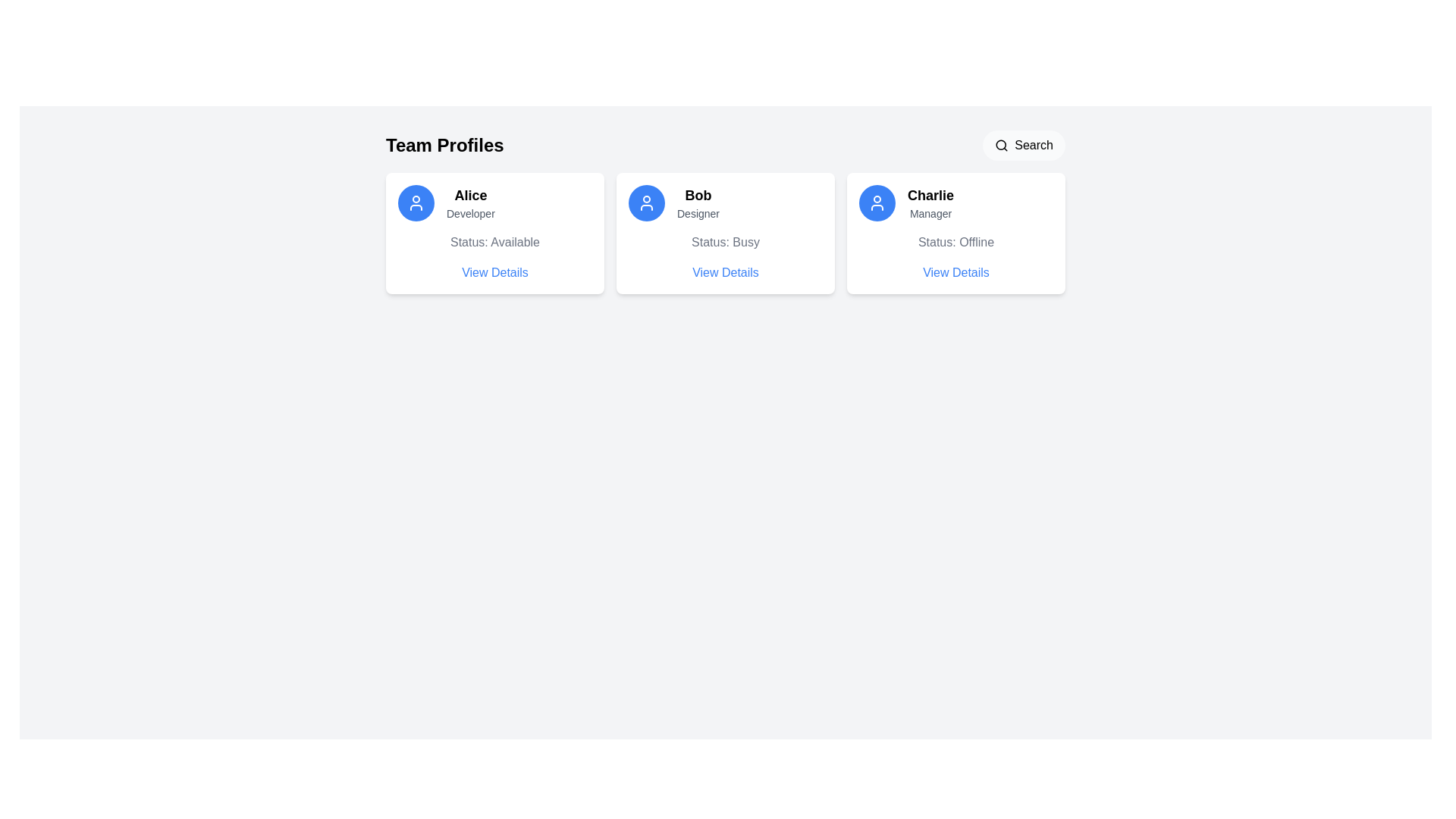  Describe the element at coordinates (955, 271) in the screenshot. I see `the blue text link reading 'View Details' located at the lower part of the card layout titled 'Charlie' with the subtitle 'Manager'` at that location.